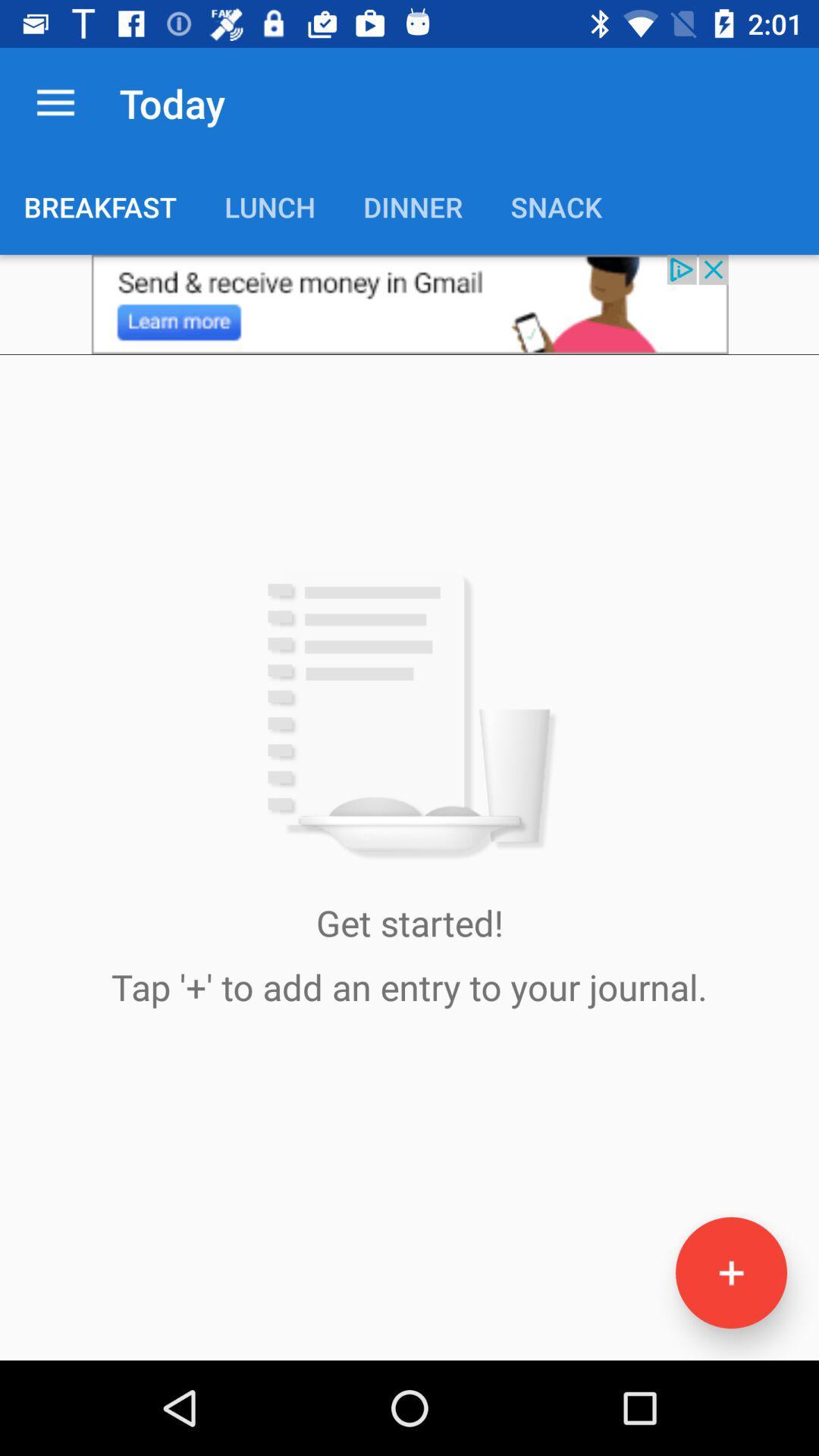 This screenshot has height=1456, width=819. What do you see at coordinates (409, 303) in the screenshot?
I see `advertisement` at bounding box center [409, 303].